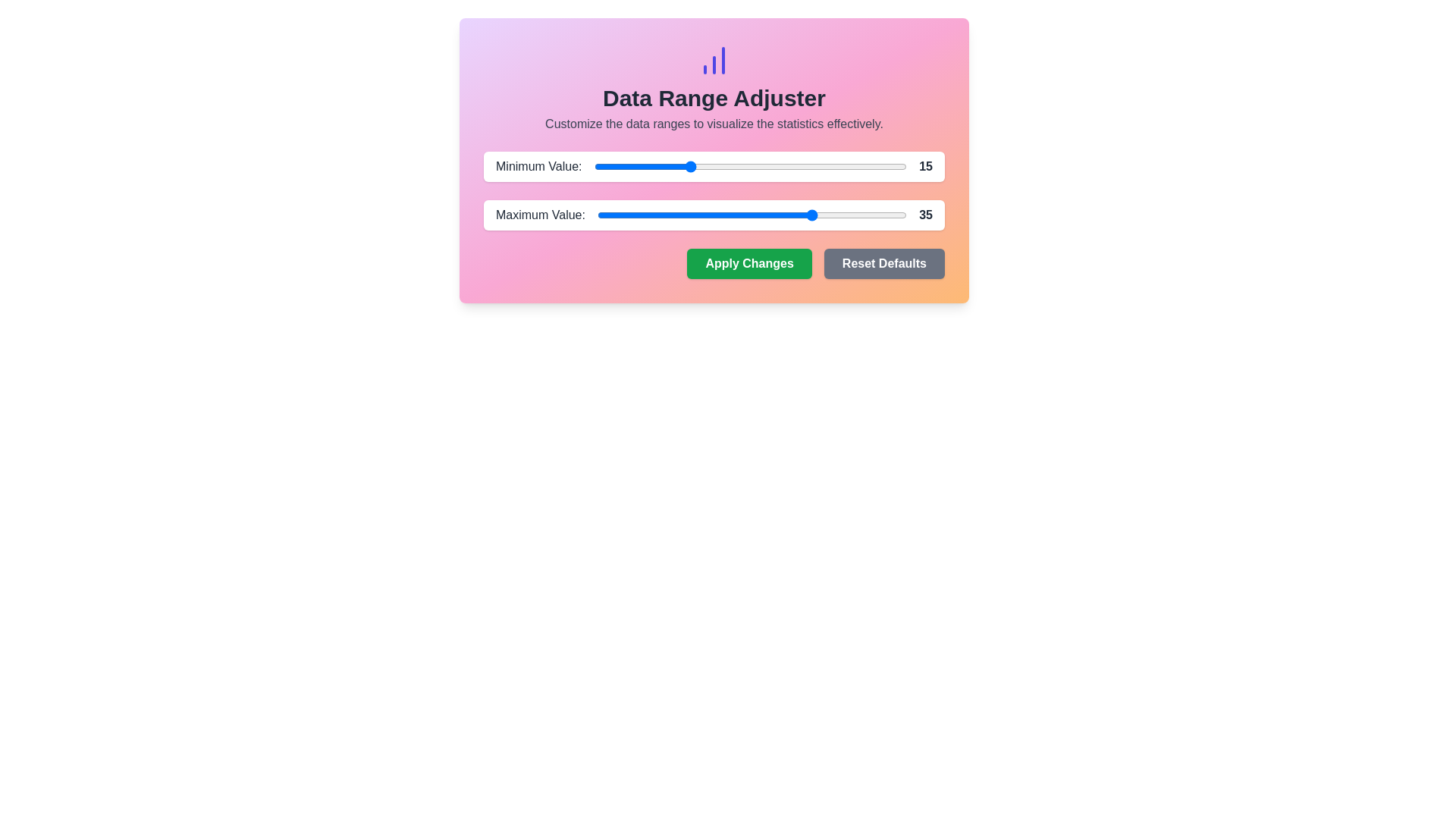 The image size is (1456, 819). Describe the element at coordinates (607, 166) in the screenshot. I see `the slider to set the range value to 2` at that location.